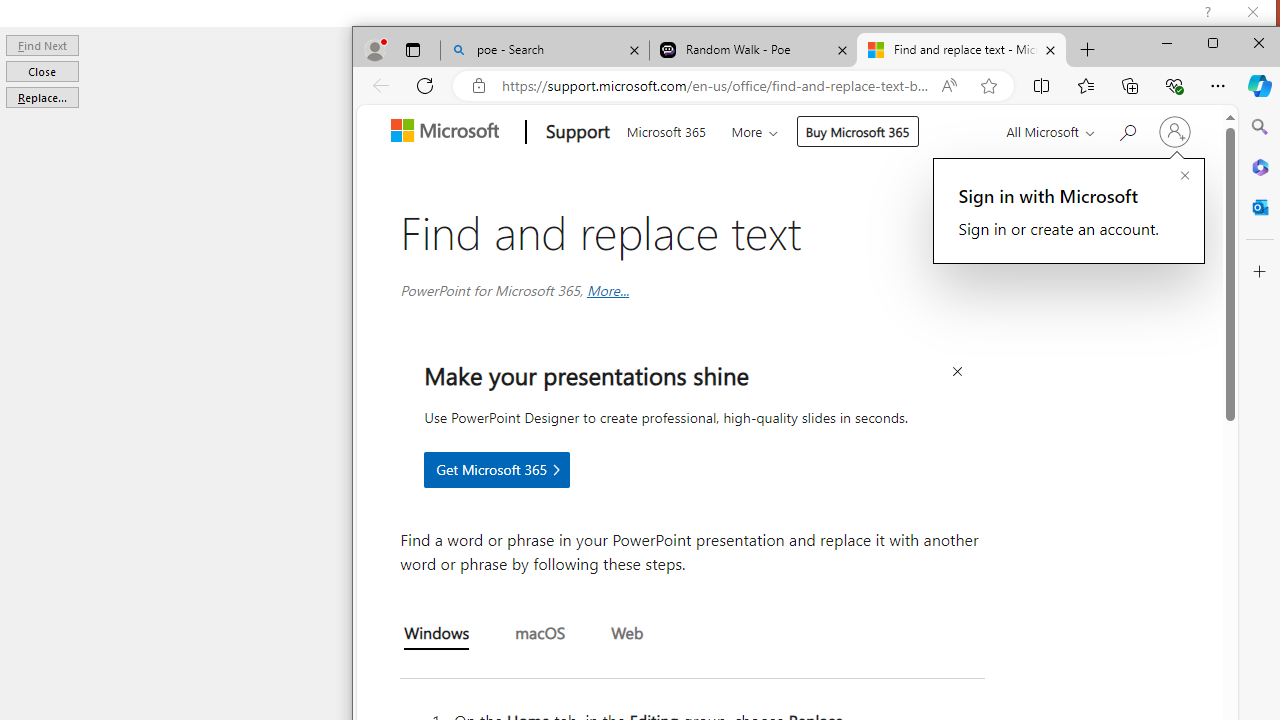 This screenshot has width=1280, height=720. What do you see at coordinates (752, 49) in the screenshot?
I see `'Random Walk - Poe'` at bounding box center [752, 49].